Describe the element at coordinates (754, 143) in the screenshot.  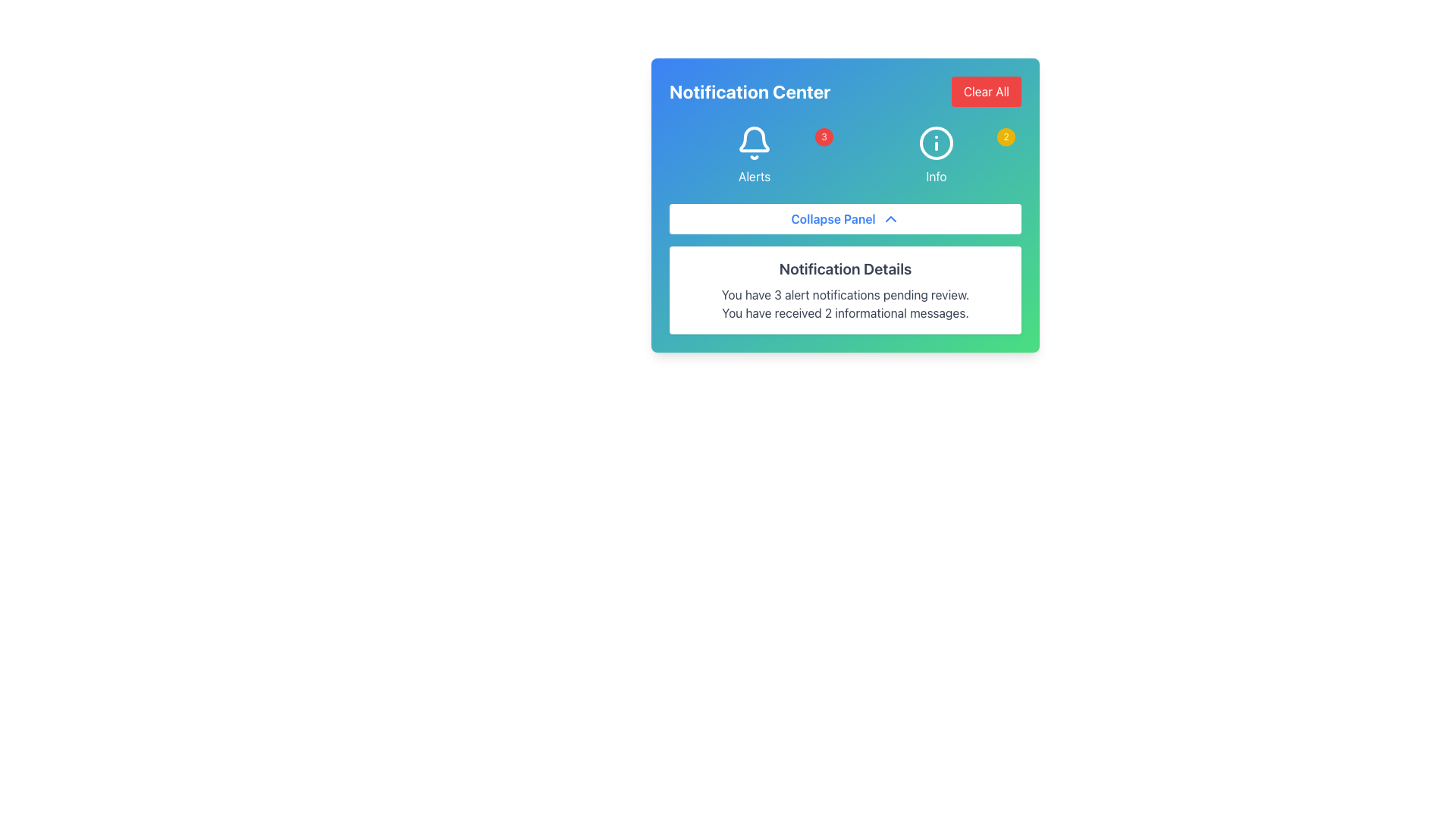
I see `the bell icon with a white outline and filled center in the 'Alerts' section of the 'Notification Center'` at that location.